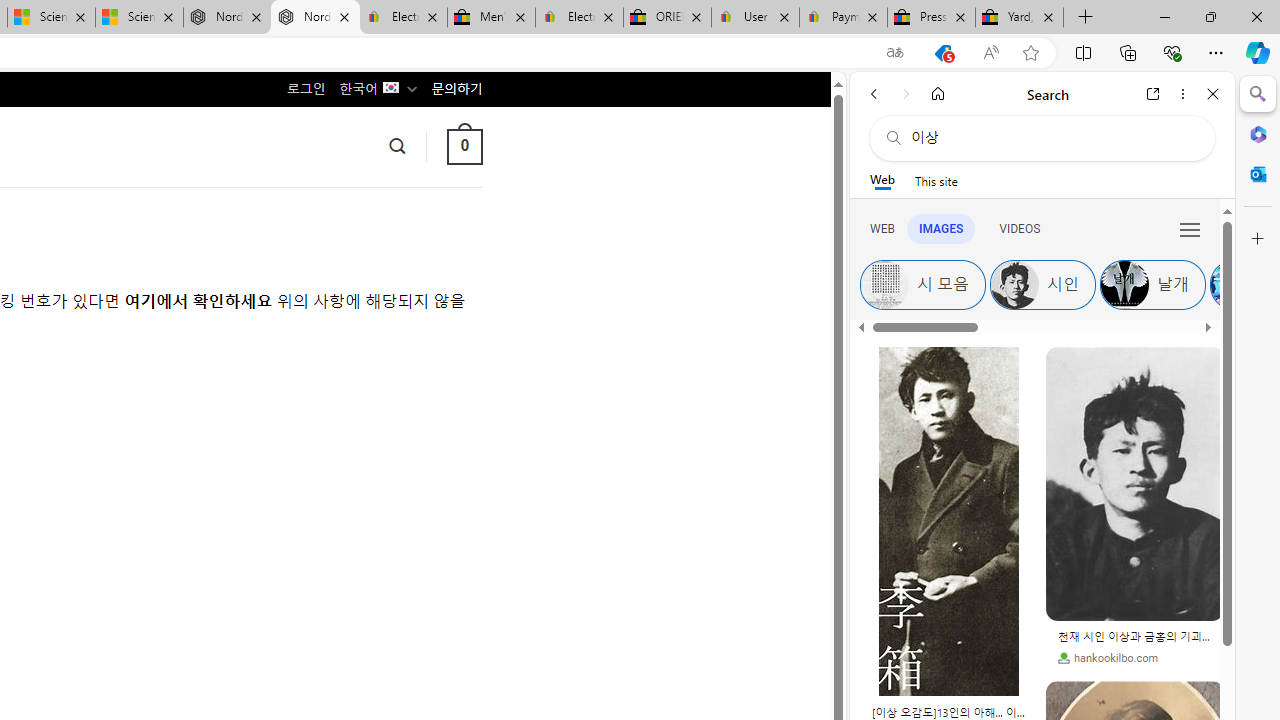 This screenshot has width=1280, height=720. I want to click on 'WEB', so click(881, 227).